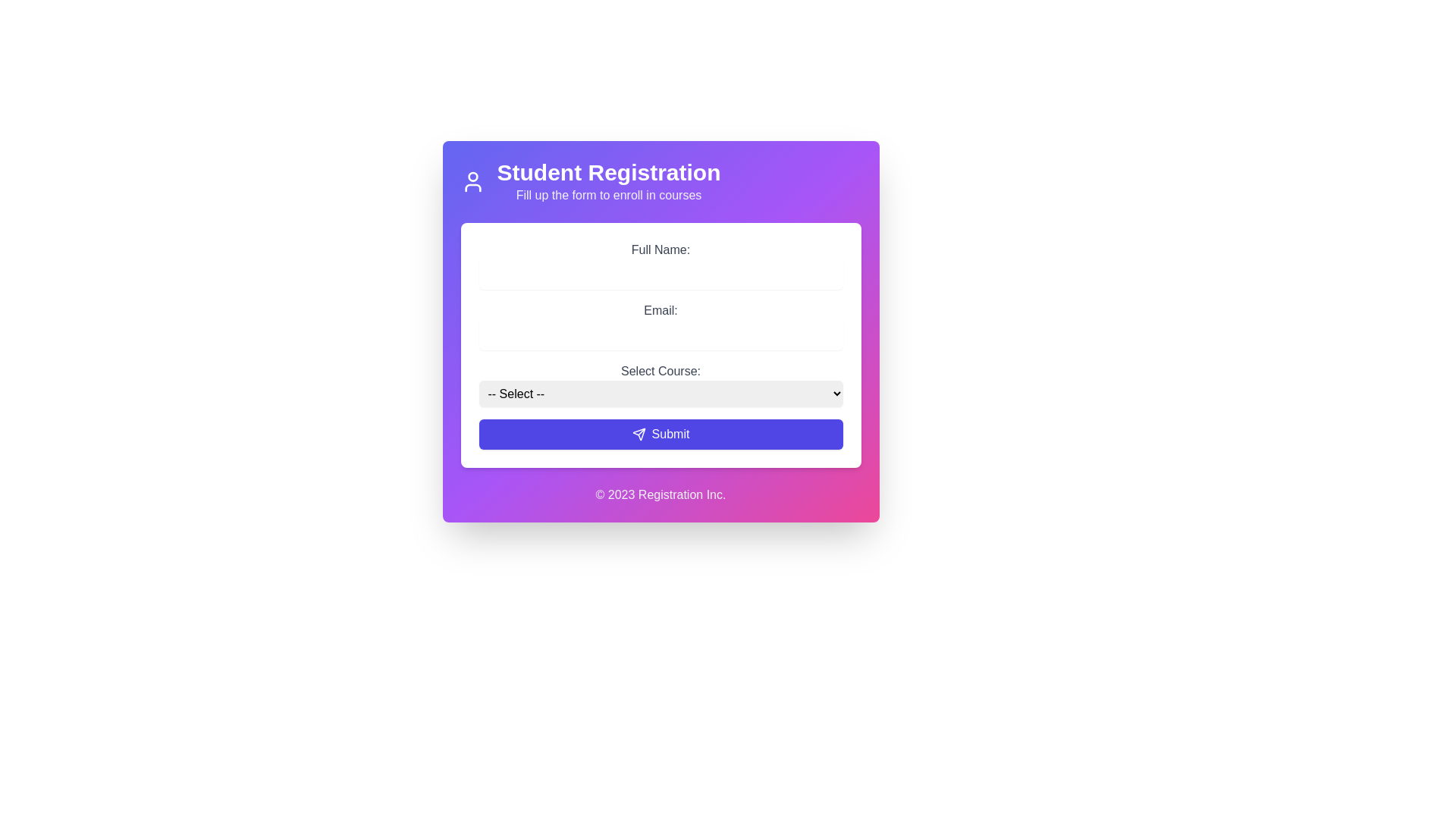  Describe the element at coordinates (661, 331) in the screenshot. I see `the email input field located within the registration form to focus on it` at that location.